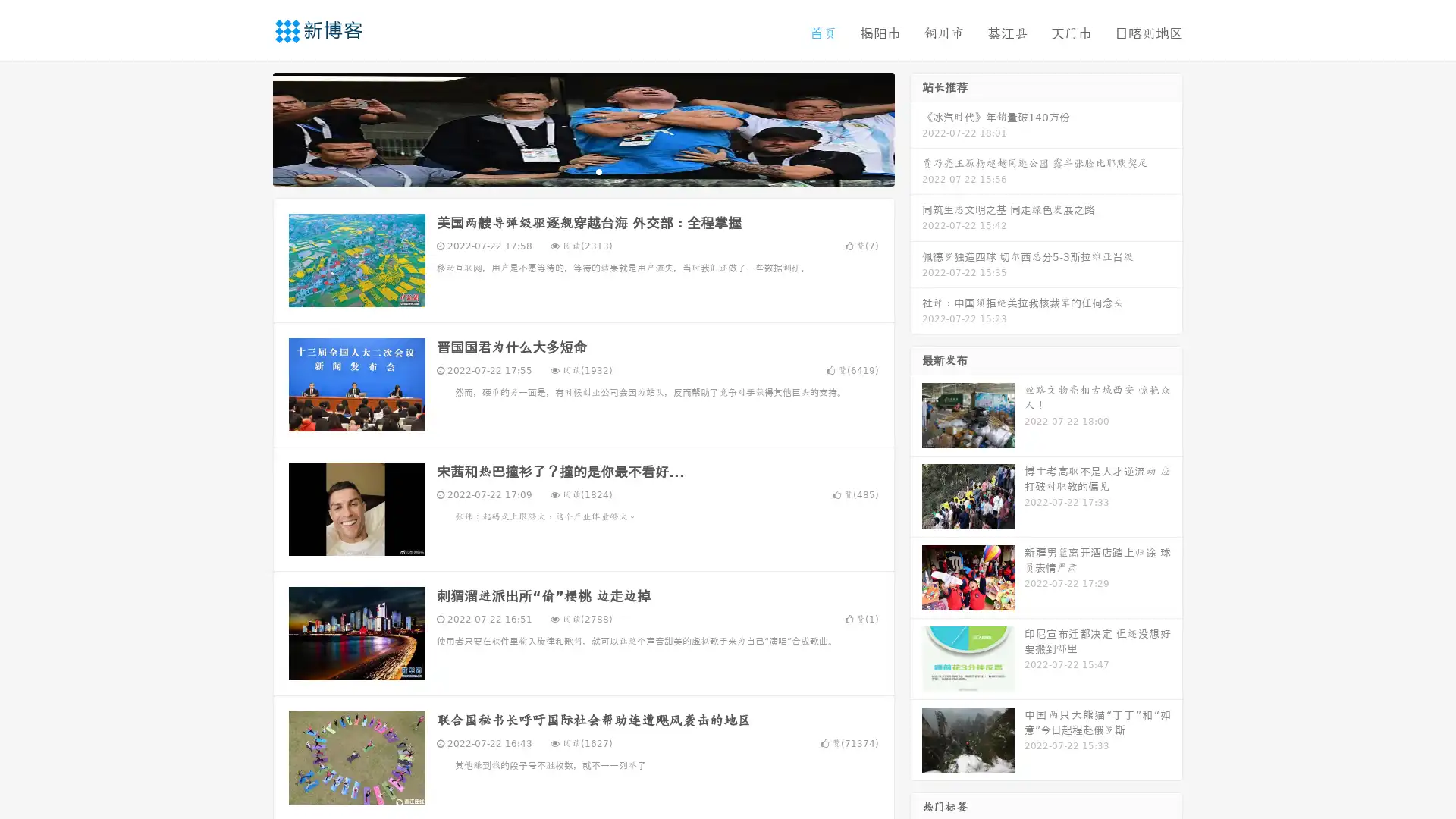 This screenshot has height=819, width=1456. I want to click on Go to slide 2, so click(582, 171).